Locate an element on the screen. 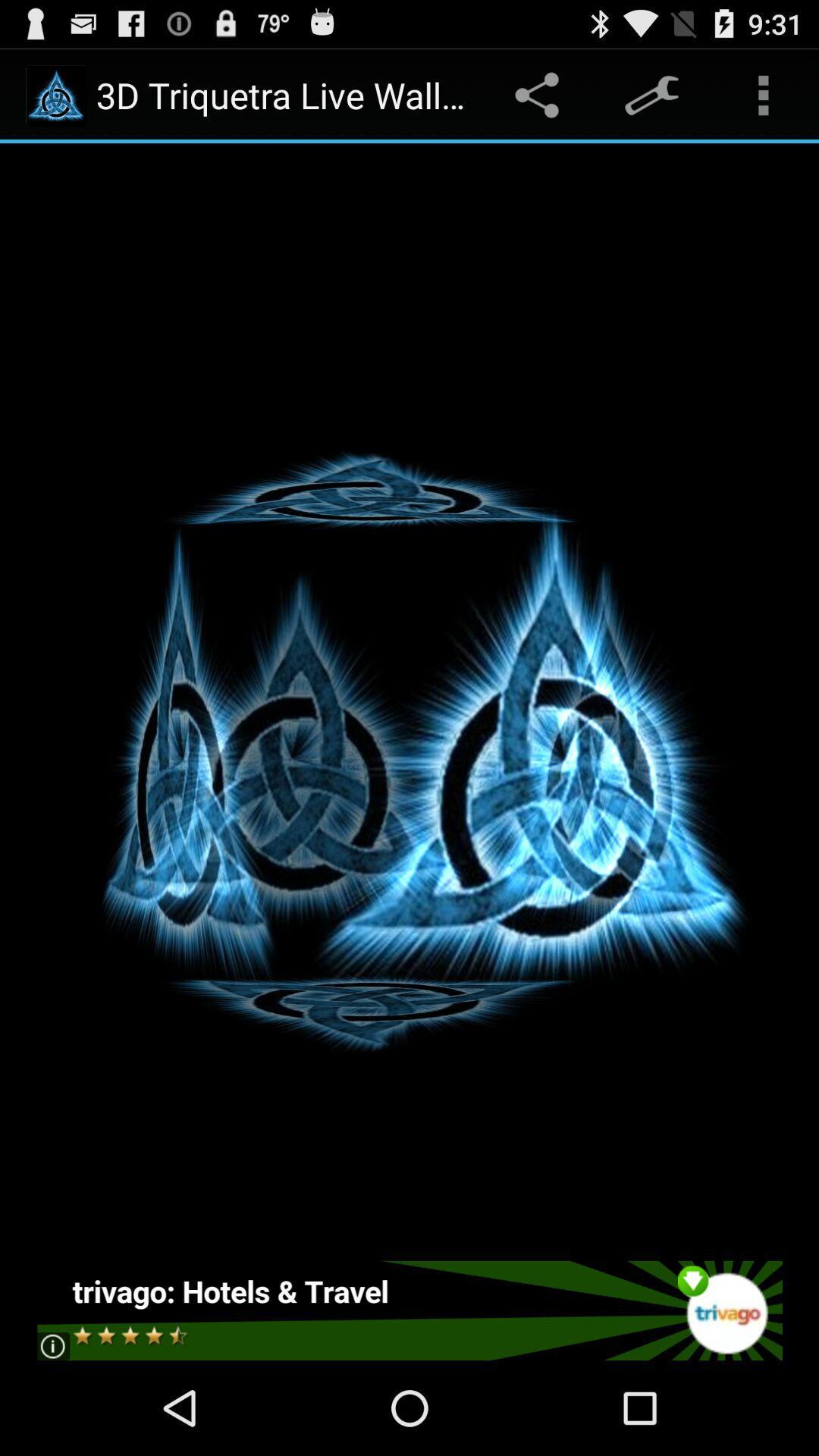  app is located at coordinates (409, 1310).